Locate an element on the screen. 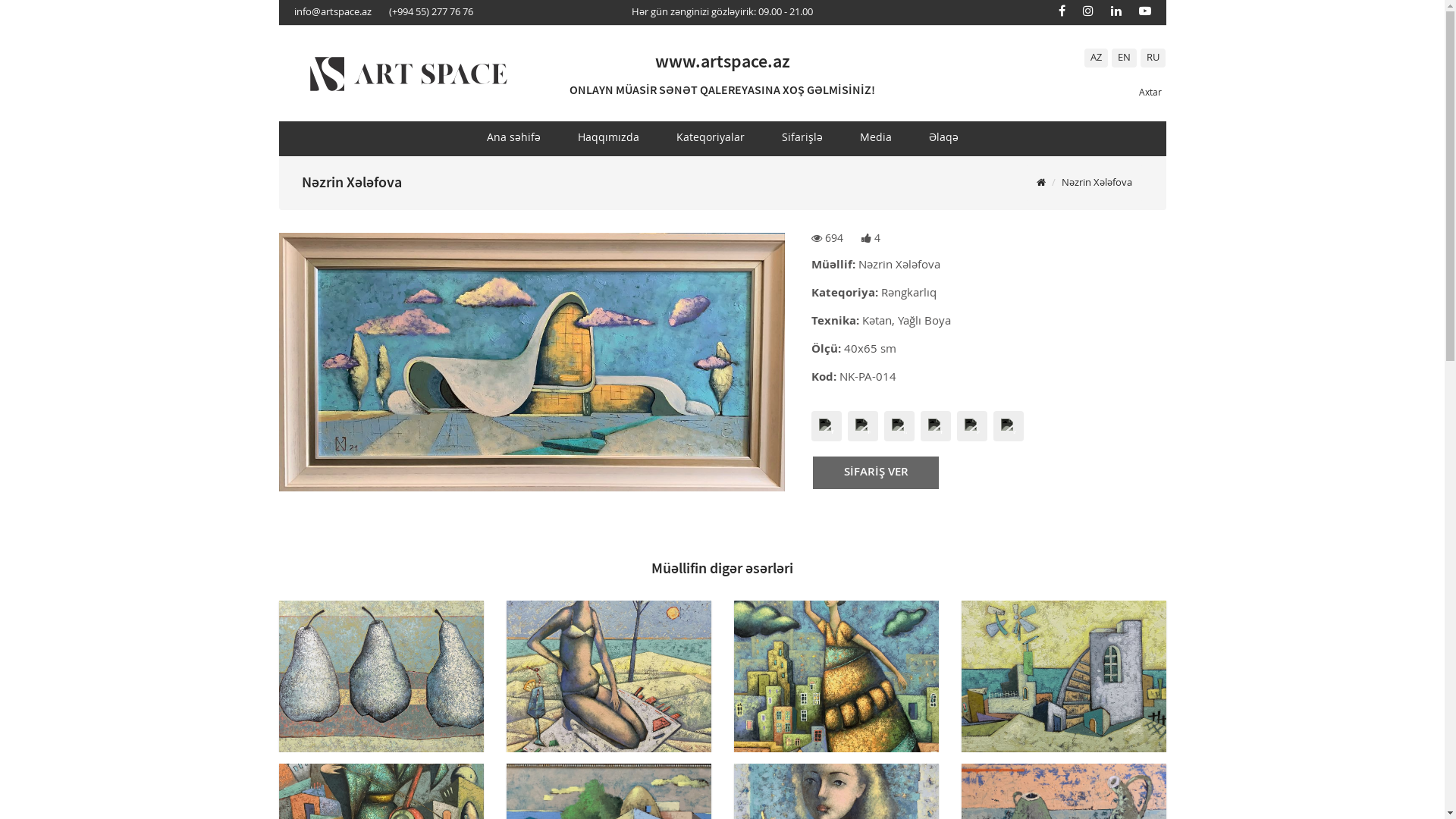 Image resolution: width=1456 pixels, height=819 pixels. 'Media' is located at coordinates (876, 137).